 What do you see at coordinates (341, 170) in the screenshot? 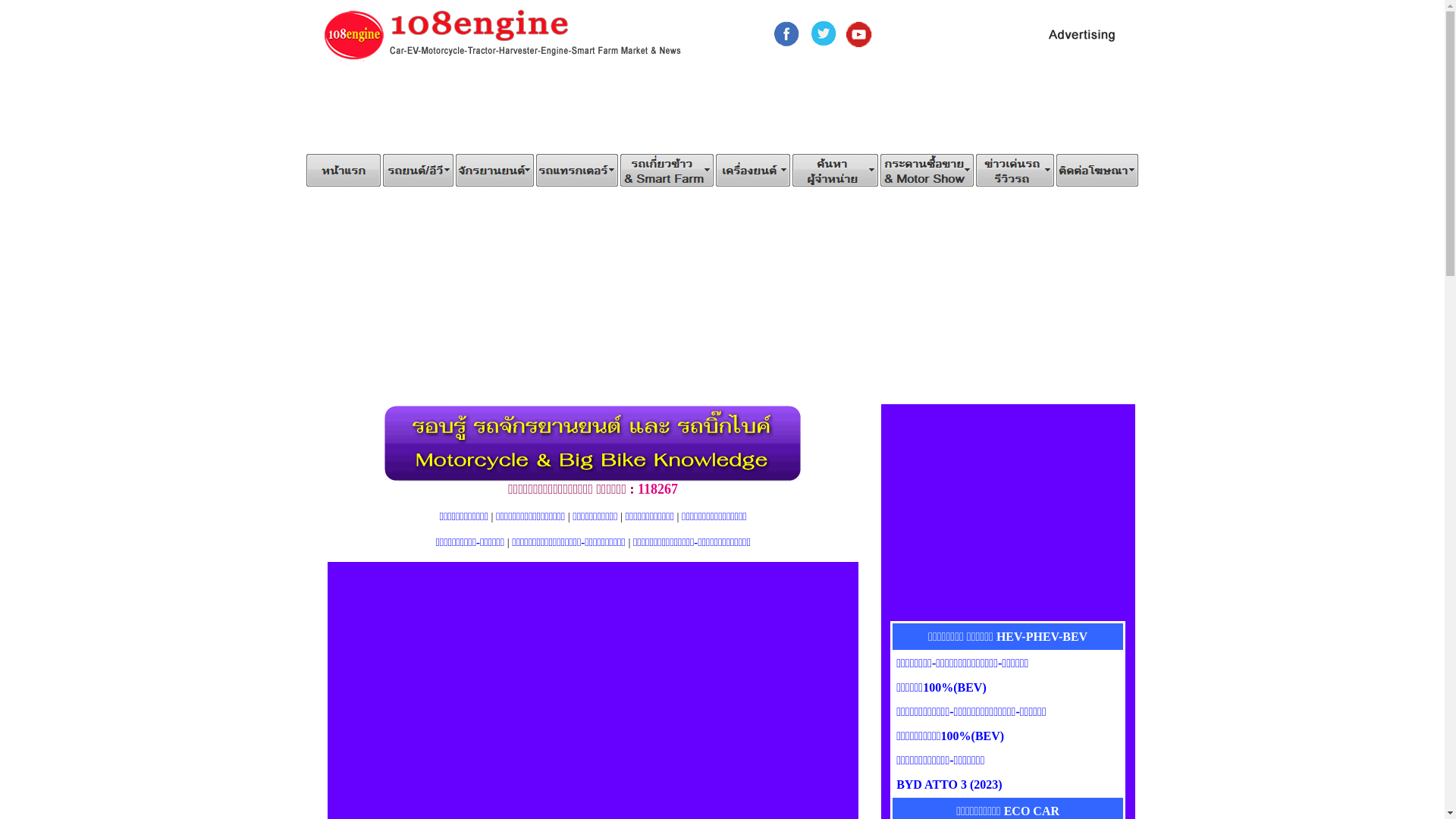
I see `'Home'` at bounding box center [341, 170].